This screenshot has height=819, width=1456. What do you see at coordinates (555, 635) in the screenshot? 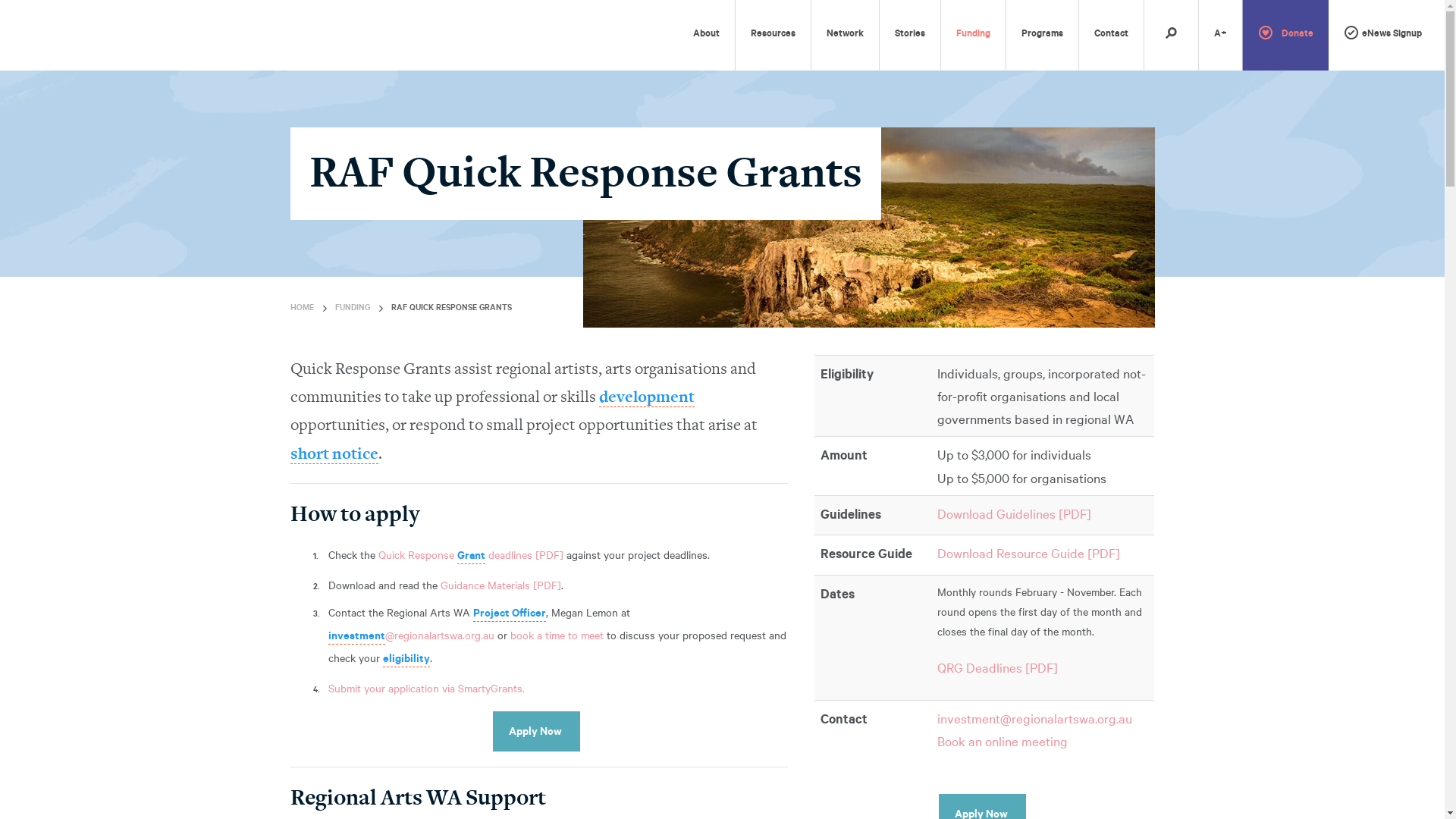
I see `'book a time to meet'` at bounding box center [555, 635].